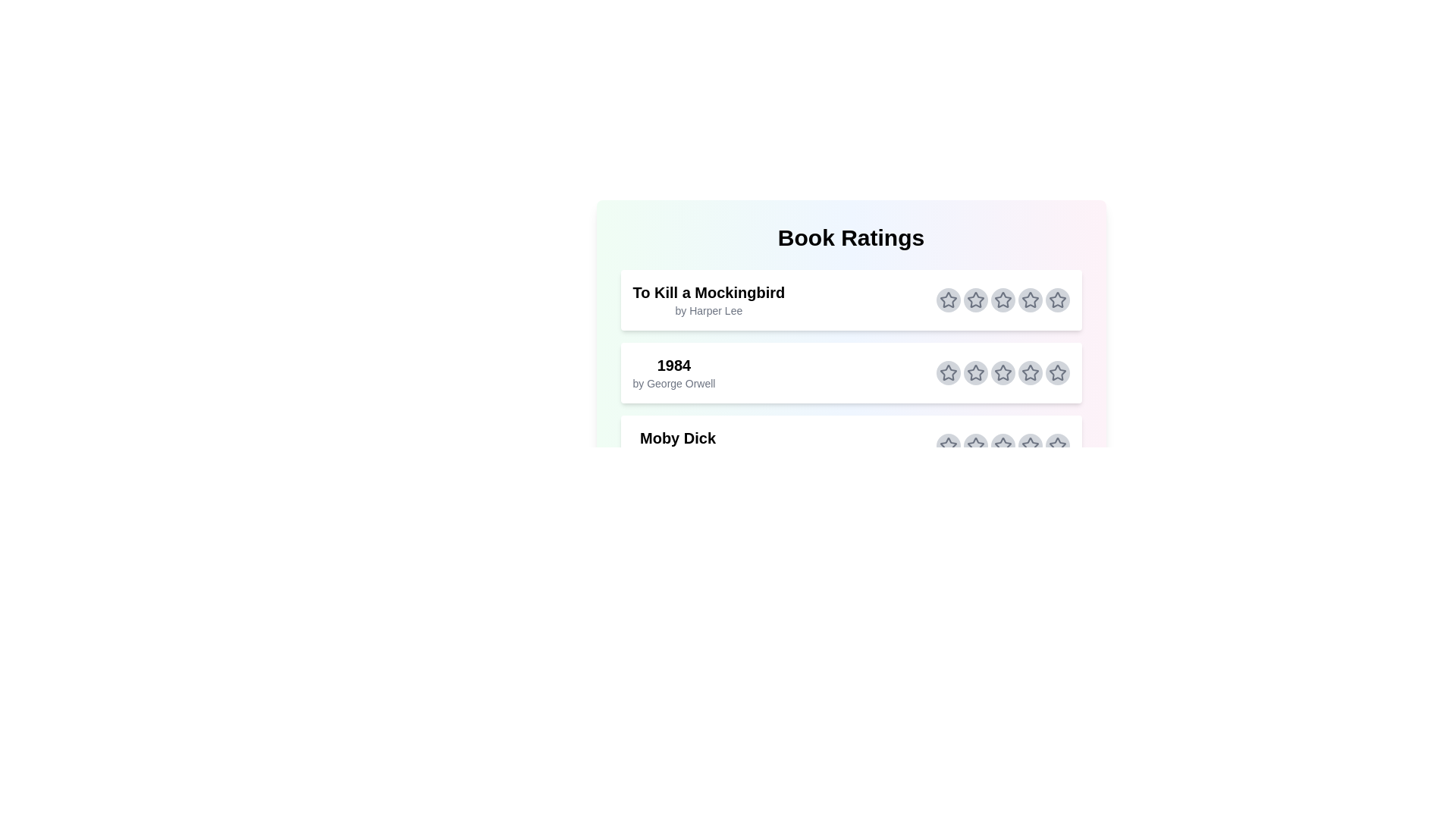  Describe the element at coordinates (1030, 300) in the screenshot. I see `the star corresponding to 4 stars for the book titled To Kill a Mockingbird` at that location.